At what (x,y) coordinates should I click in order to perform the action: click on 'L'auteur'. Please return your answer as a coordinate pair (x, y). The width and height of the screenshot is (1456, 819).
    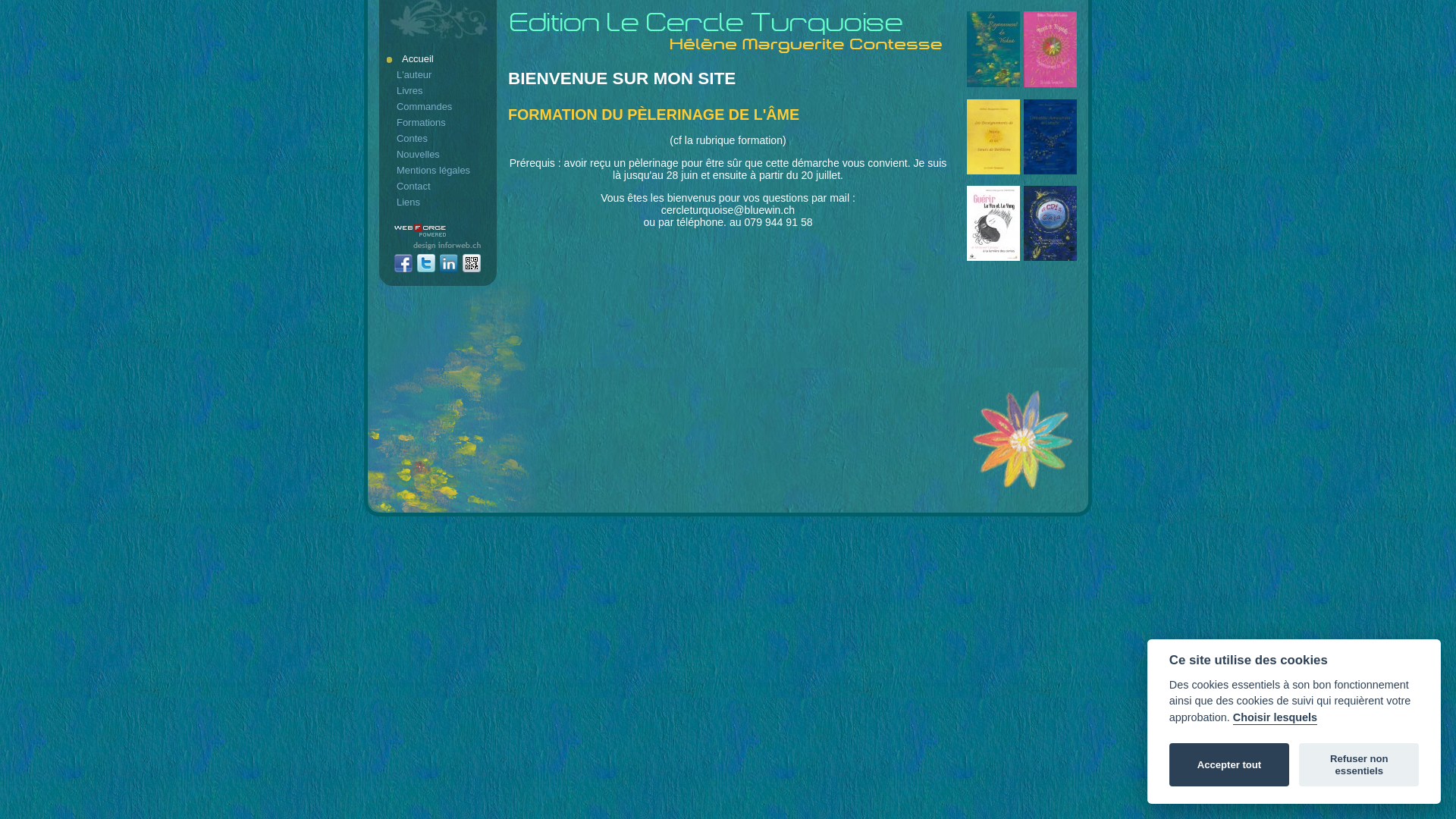
    Looking at the image, I should click on (438, 74).